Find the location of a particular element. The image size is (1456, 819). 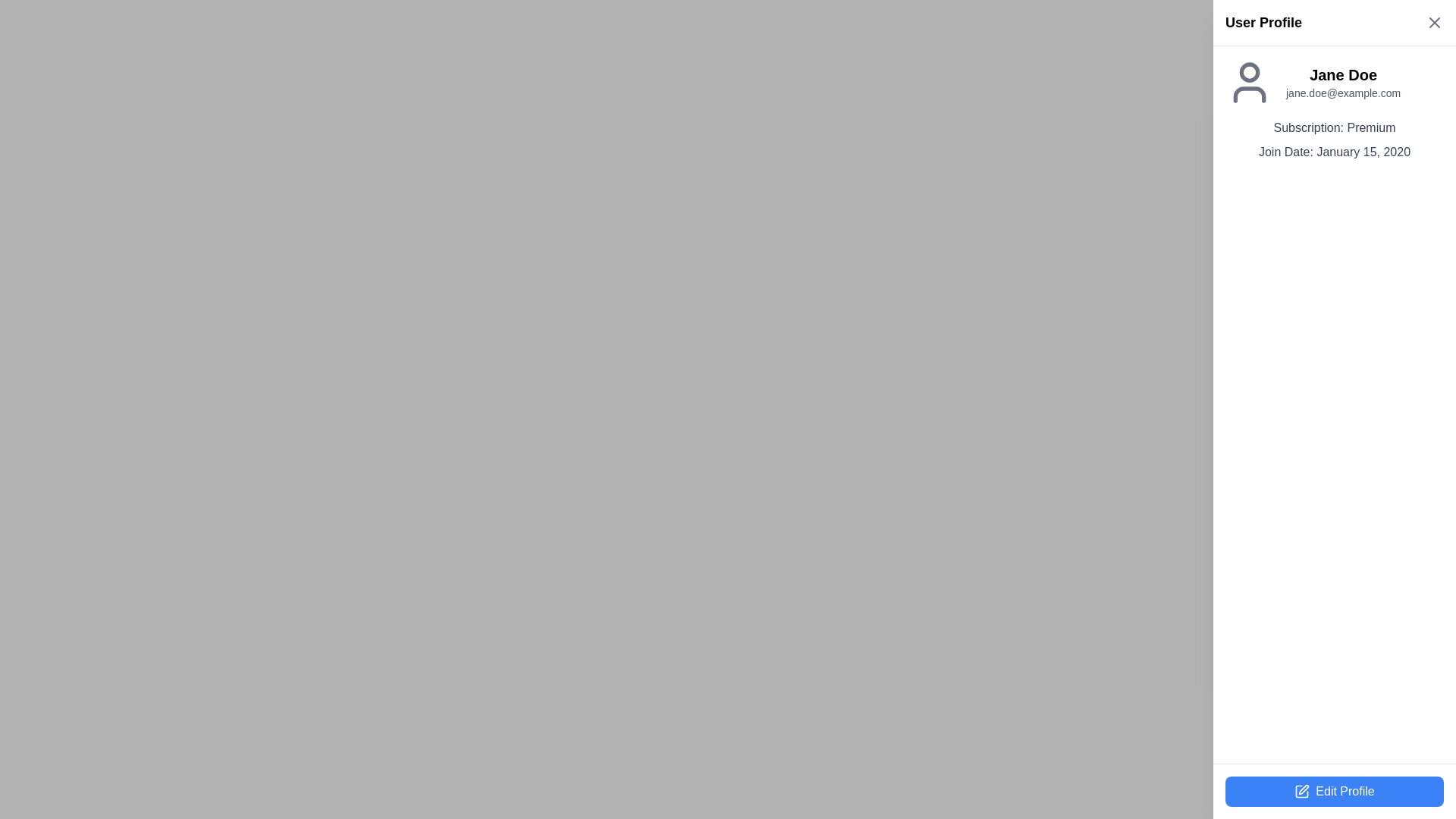

the static text label that provides the account's join date information, located beneath the 'Subscription: Premium' label in the user profile section is located at coordinates (1335, 152).